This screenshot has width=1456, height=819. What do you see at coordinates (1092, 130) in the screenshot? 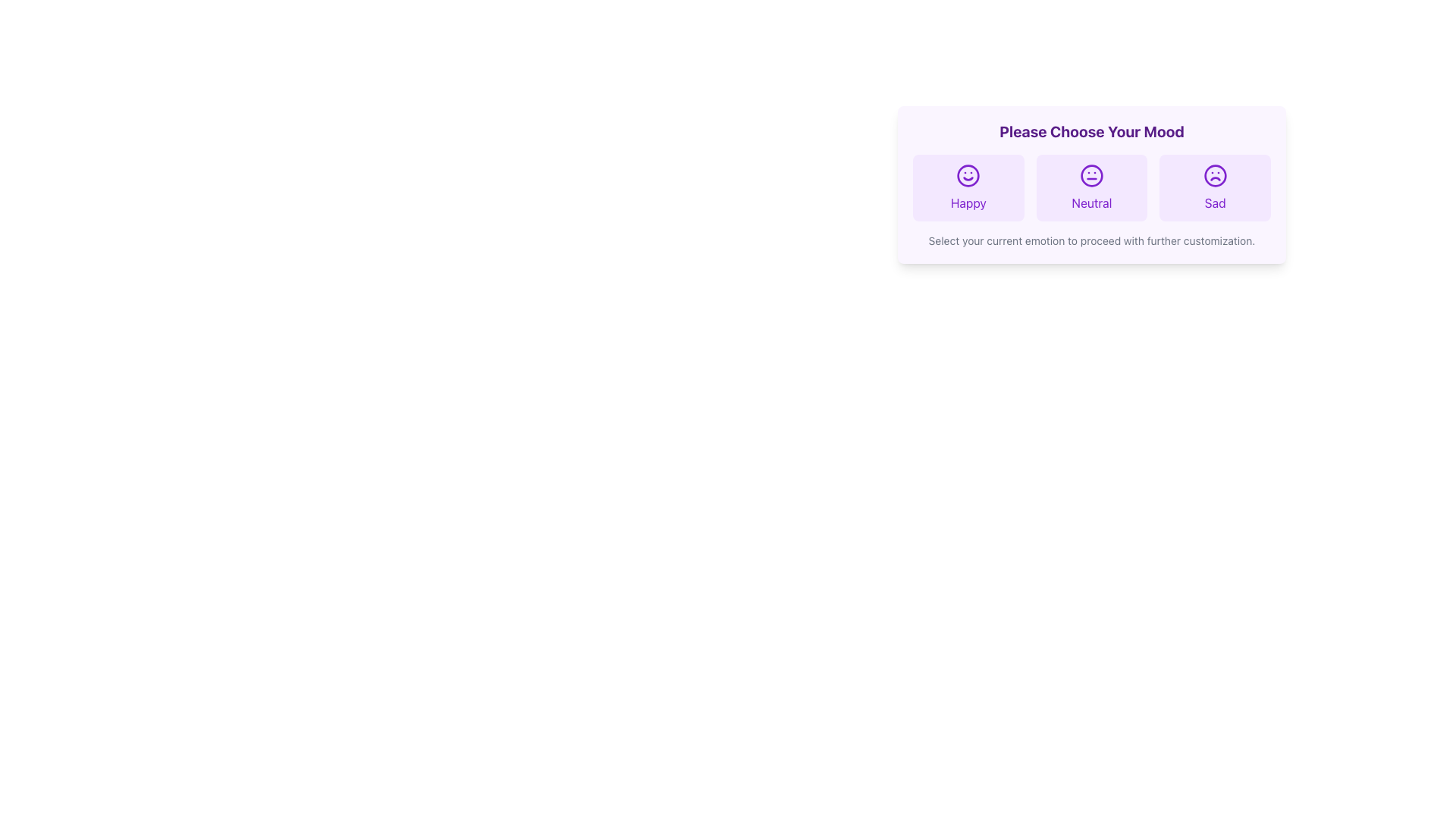
I see `the text label that instructs users to select their mood, located at the top of a light purple panel above the buttons labeled 'Happy', 'Neutral', and 'Sad'` at bounding box center [1092, 130].